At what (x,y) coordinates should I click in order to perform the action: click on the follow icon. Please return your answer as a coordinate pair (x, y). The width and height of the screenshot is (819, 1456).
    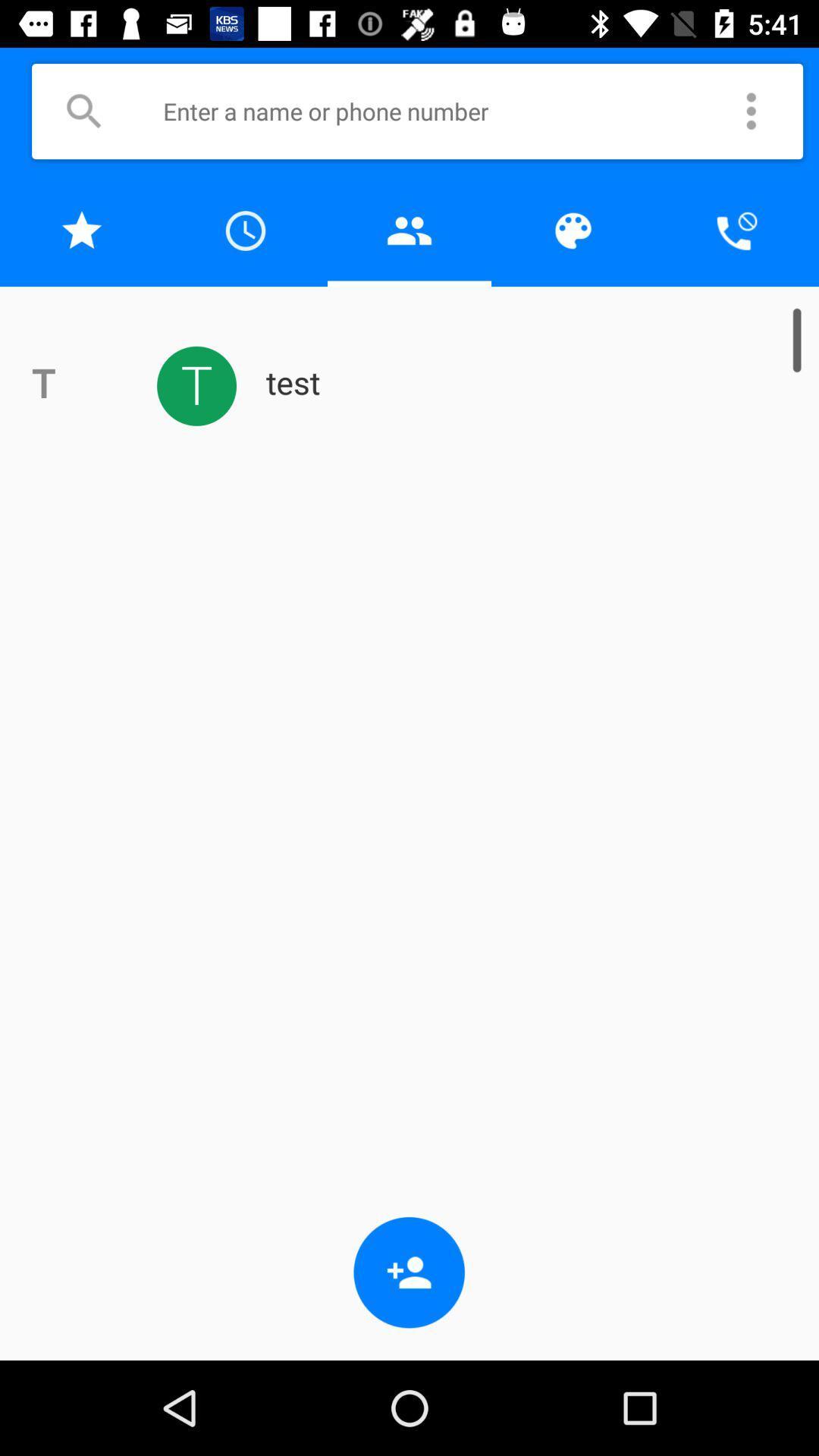
    Looking at the image, I should click on (409, 1272).